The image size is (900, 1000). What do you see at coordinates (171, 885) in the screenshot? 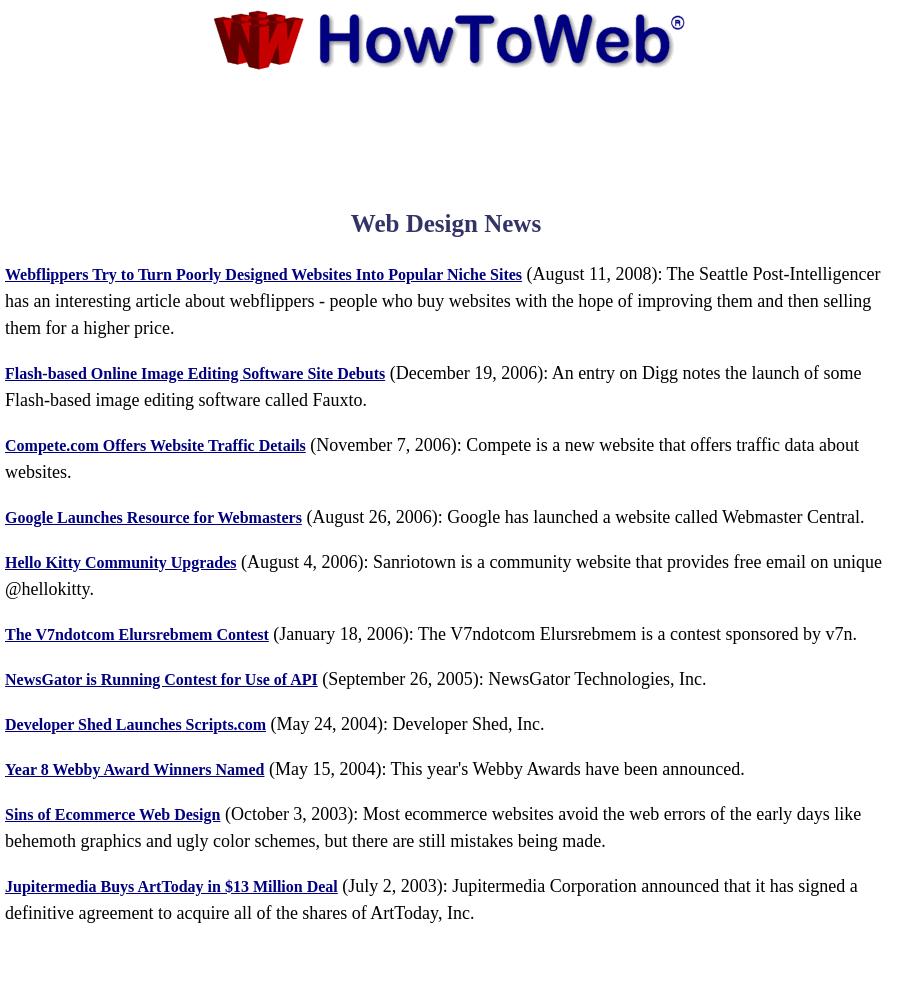
I see `'Jupitermedia Buys ArtToday in $13 Million Deal'` at bounding box center [171, 885].